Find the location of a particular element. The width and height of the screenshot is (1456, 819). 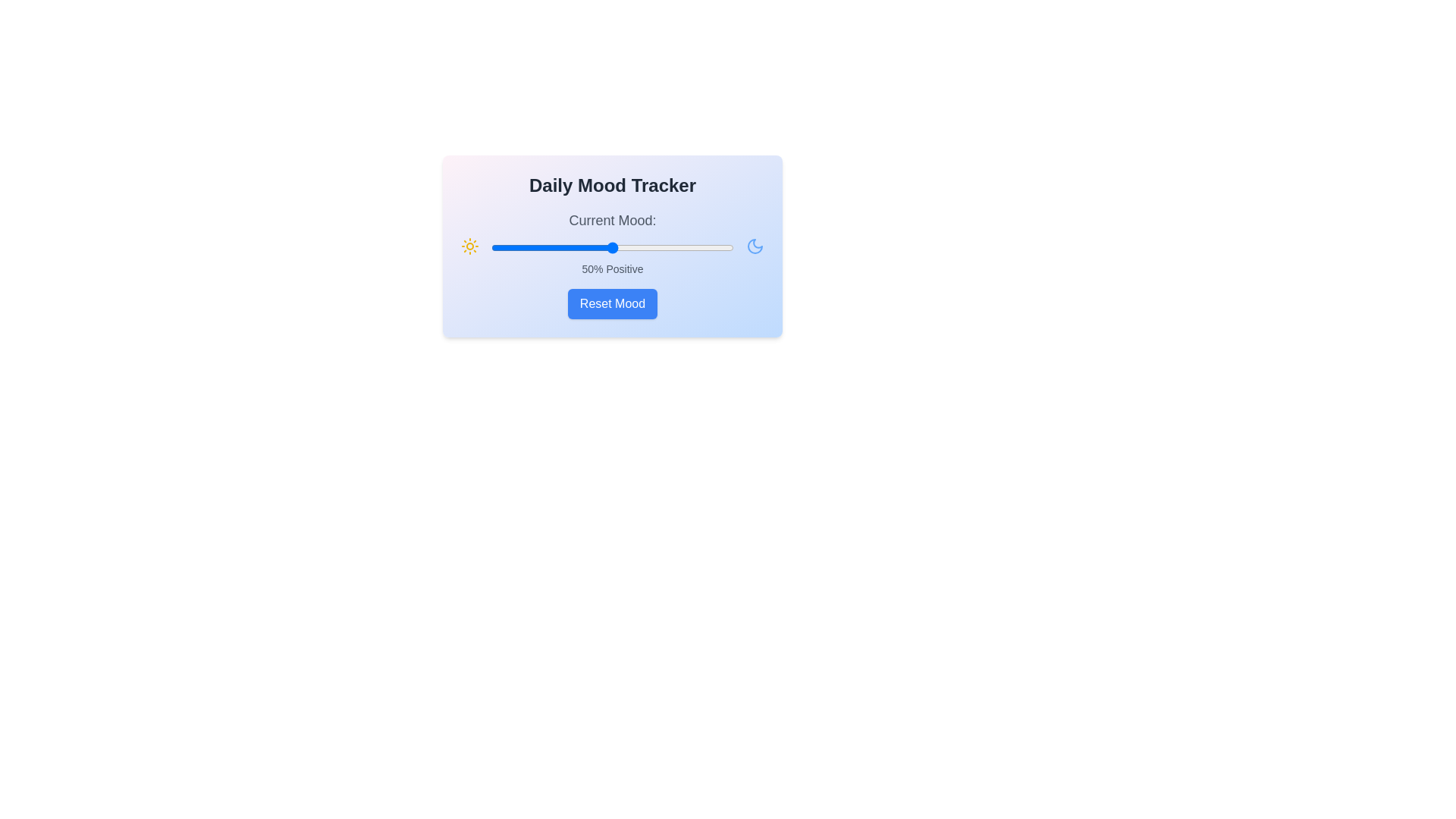

the 'Reset Mood' button, which is a rectangular button with a blue background and white text, located below the '50% Positive' progress bar in the 'Daily Mood Tracker' interface is located at coordinates (612, 304).